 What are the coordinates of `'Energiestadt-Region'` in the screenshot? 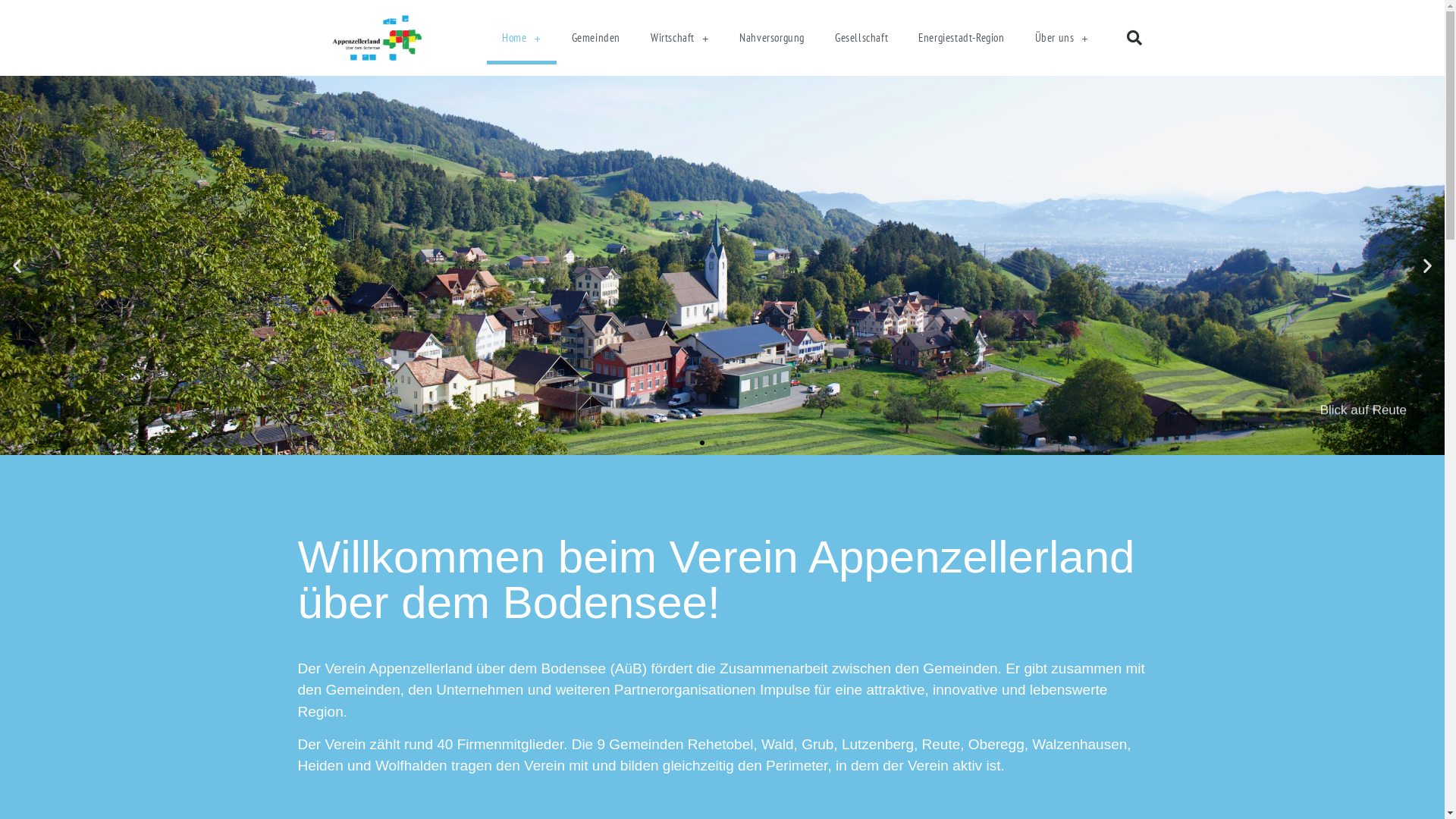 It's located at (960, 37).